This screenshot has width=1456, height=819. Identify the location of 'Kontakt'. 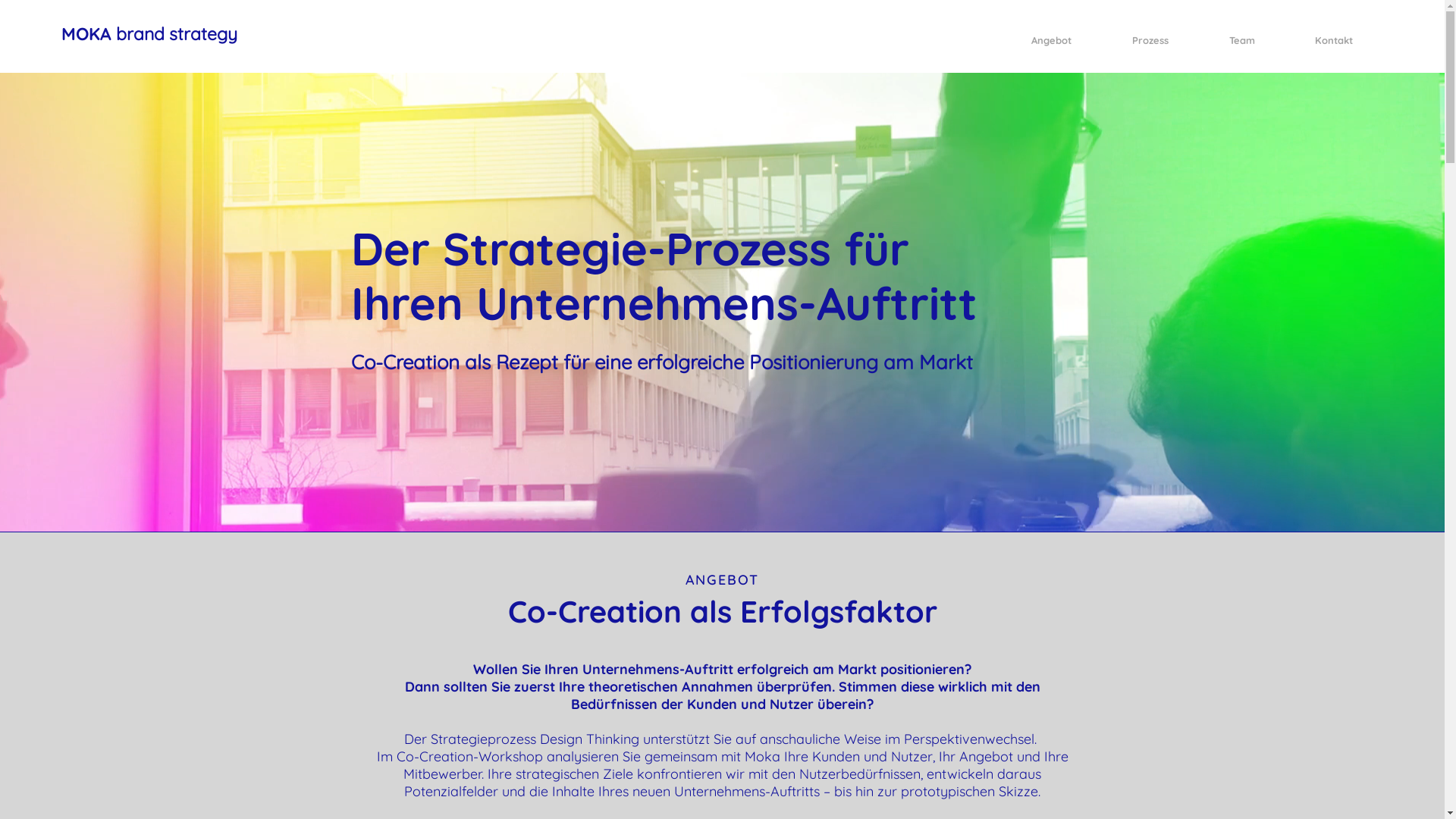
(1332, 39).